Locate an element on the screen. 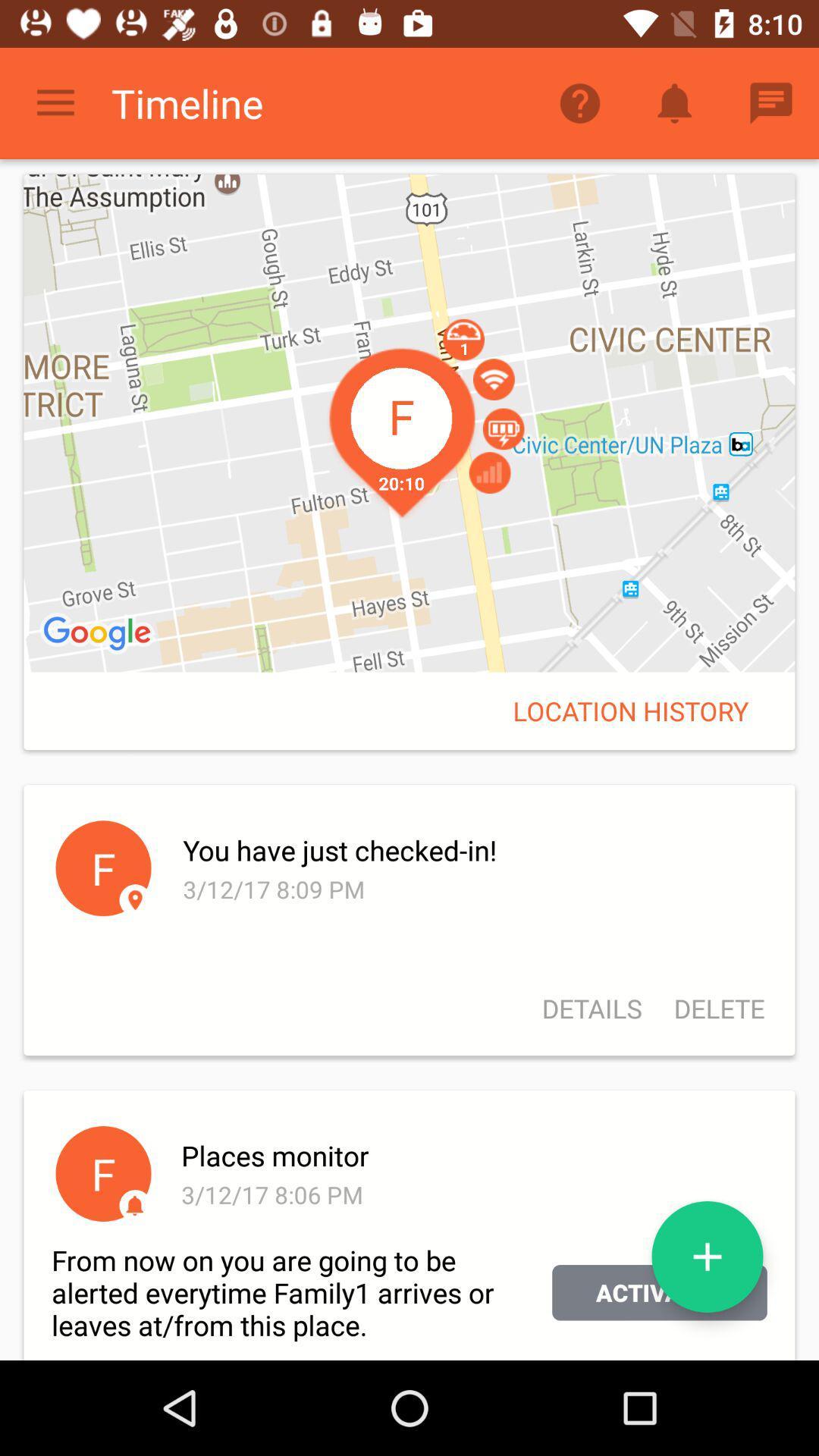  item to the left of the timeline icon is located at coordinates (55, 102).